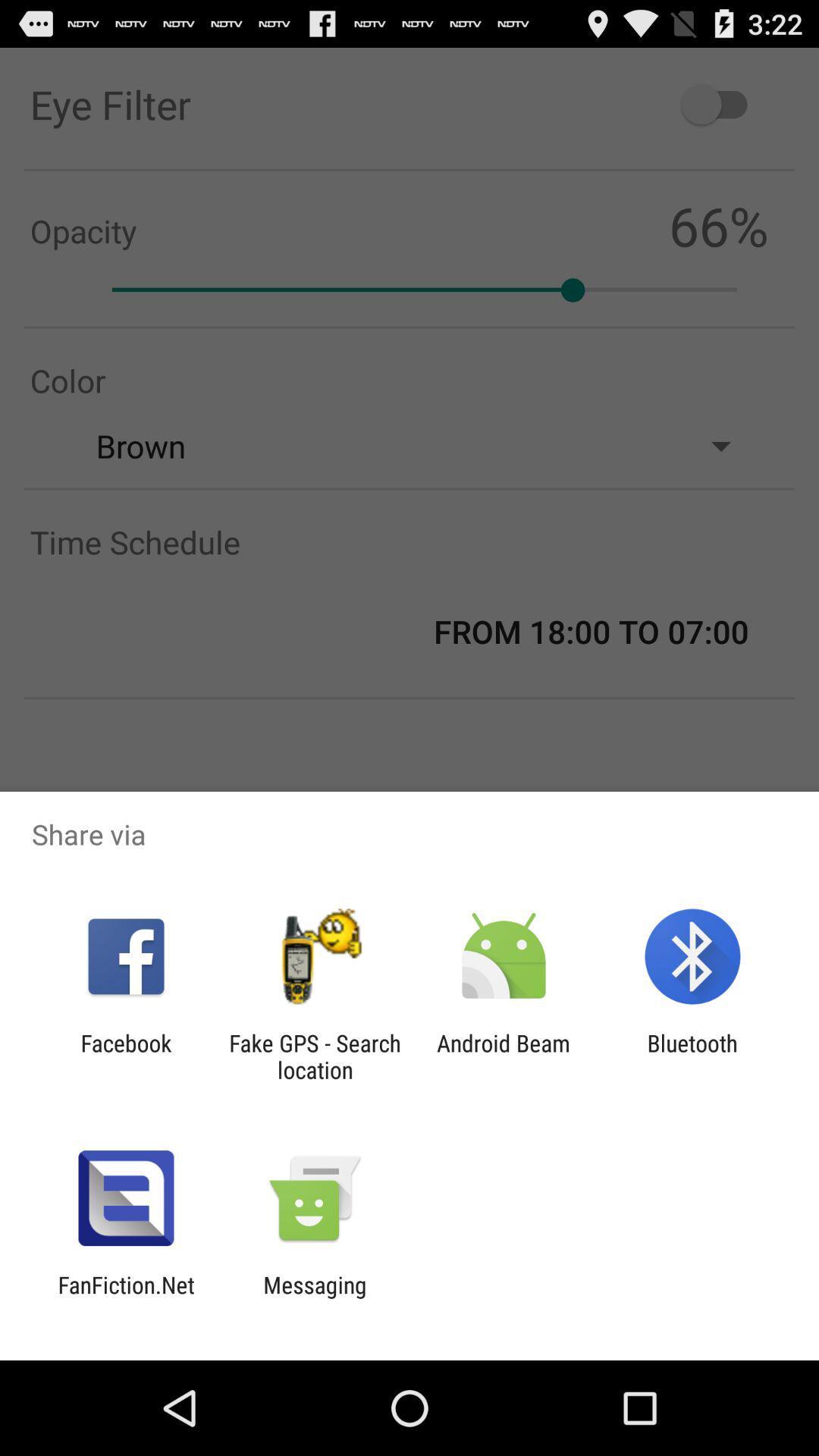  Describe the element at coordinates (504, 1056) in the screenshot. I see `the android beam app` at that location.